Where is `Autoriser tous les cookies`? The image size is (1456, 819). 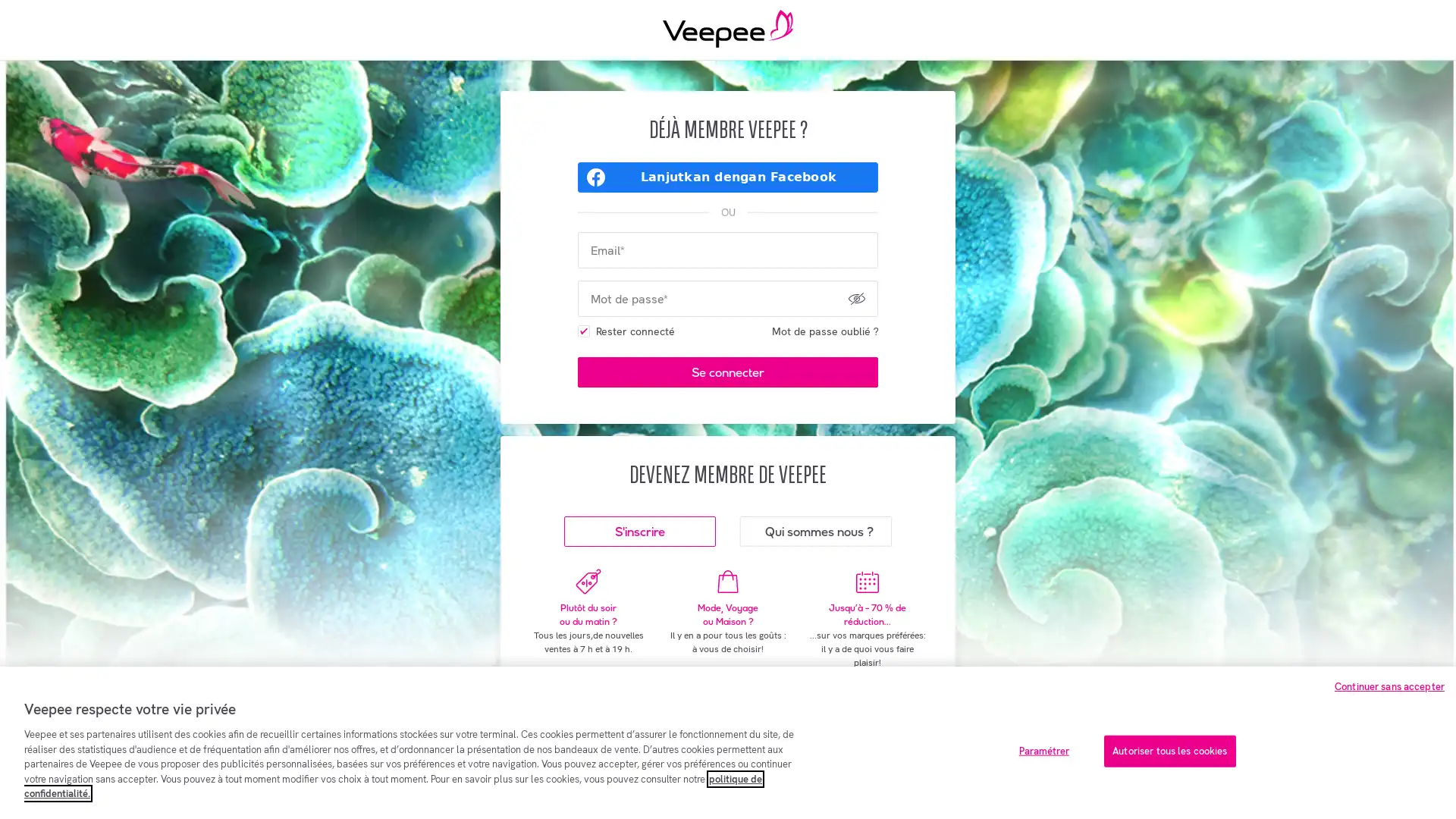
Autoriser tous les cookies is located at coordinates (1169, 751).